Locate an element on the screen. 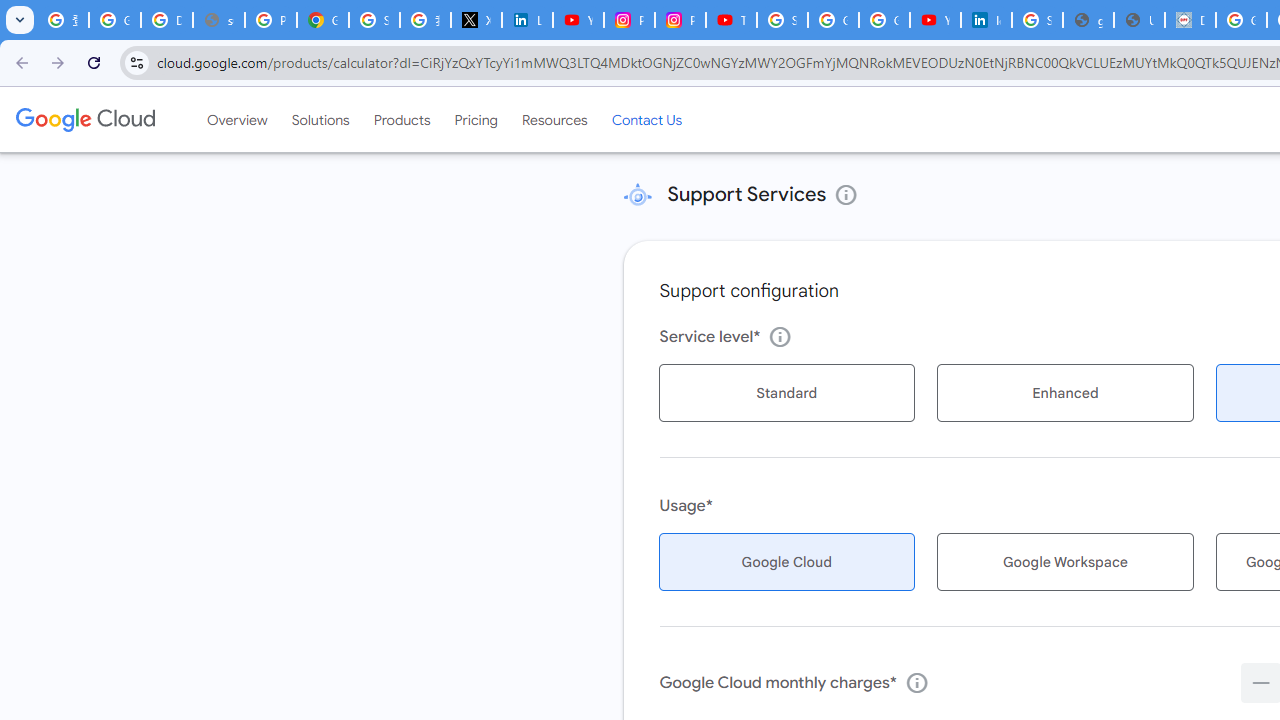 This screenshot has height=720, width=1280. 'Contact Us' is located at coordinates (647, 119).